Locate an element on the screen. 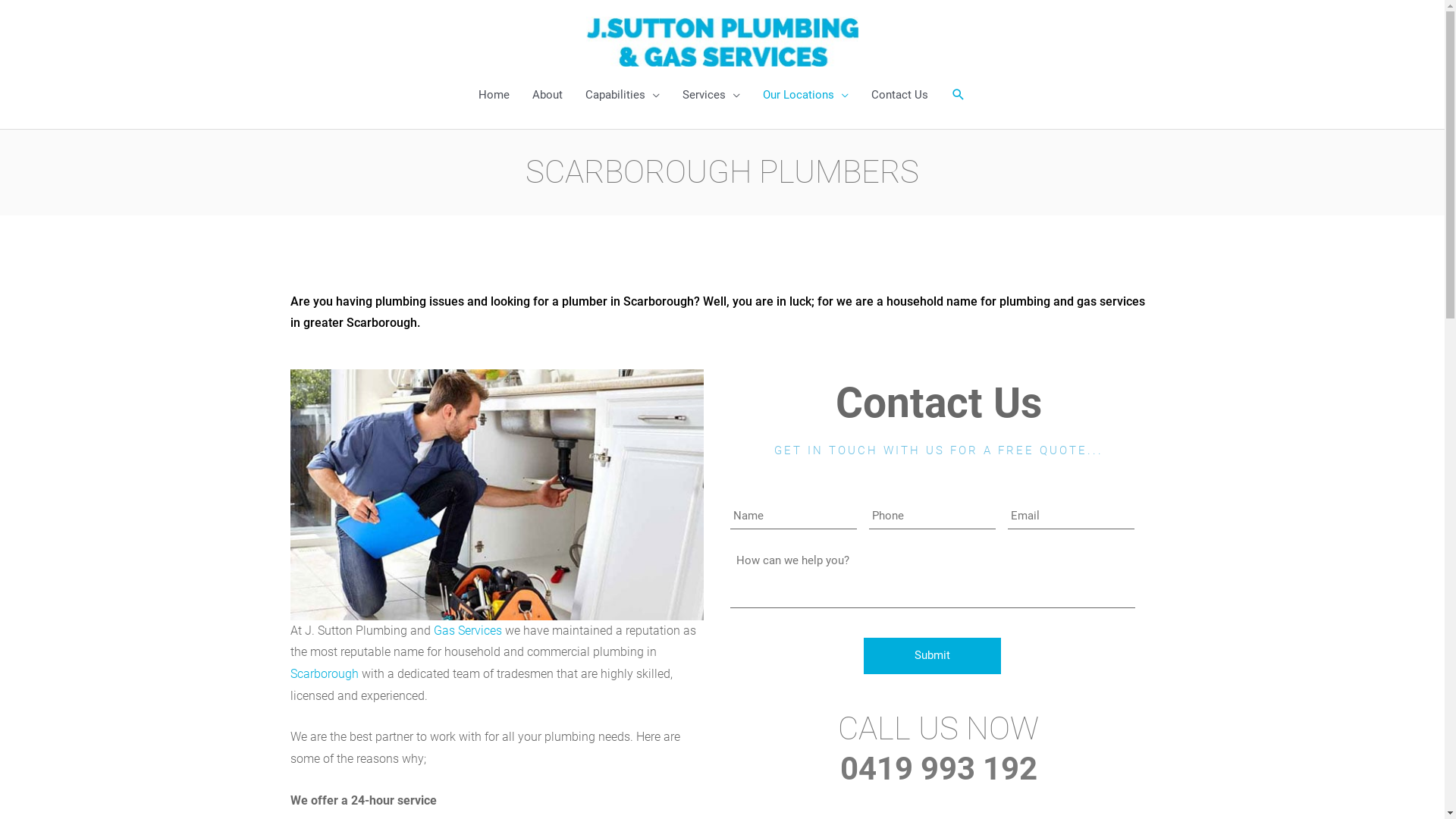  'Home' is located at coordinates (494, 94).